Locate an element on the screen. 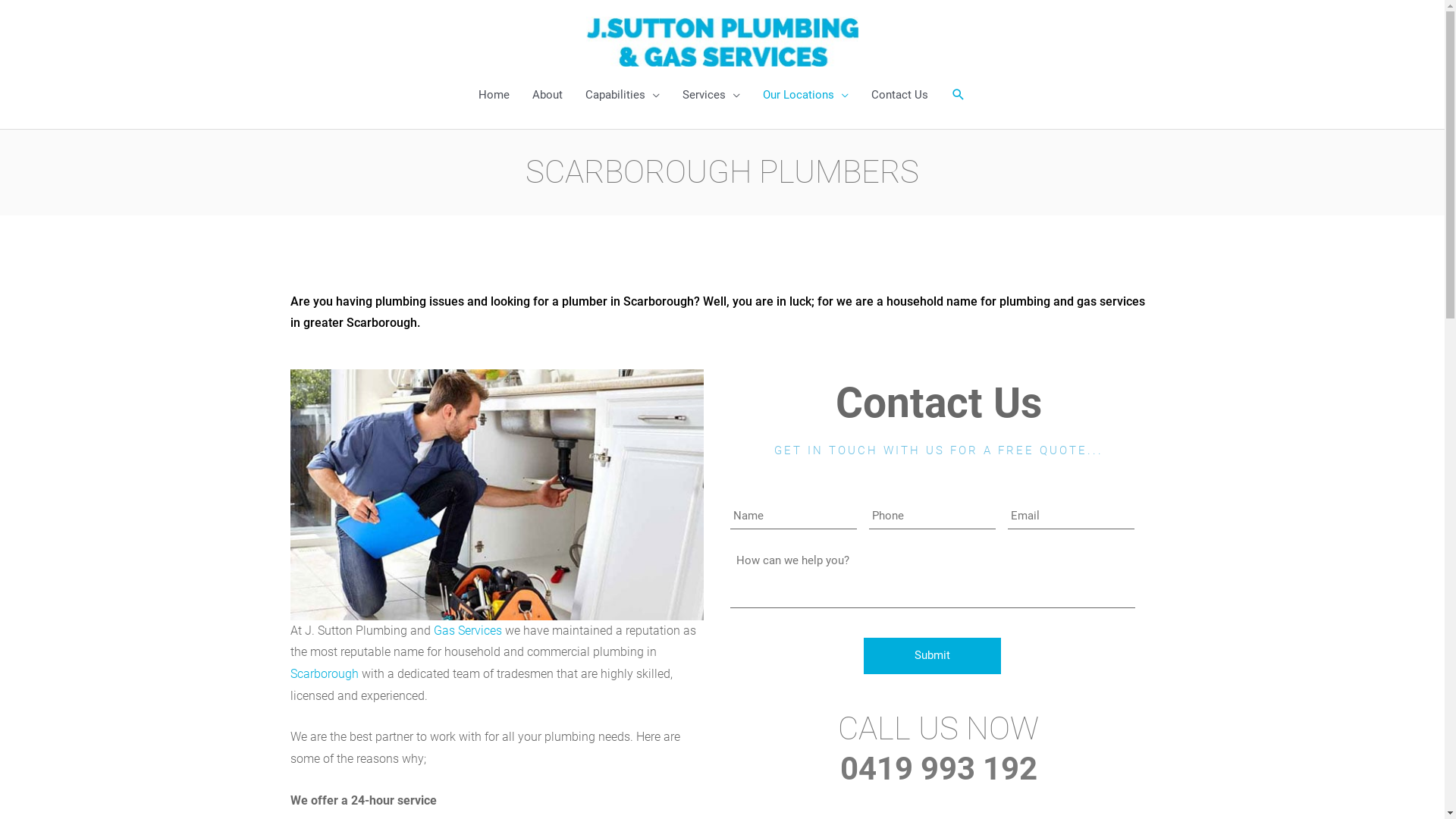  'Home' is located at coordinates (494, 94).